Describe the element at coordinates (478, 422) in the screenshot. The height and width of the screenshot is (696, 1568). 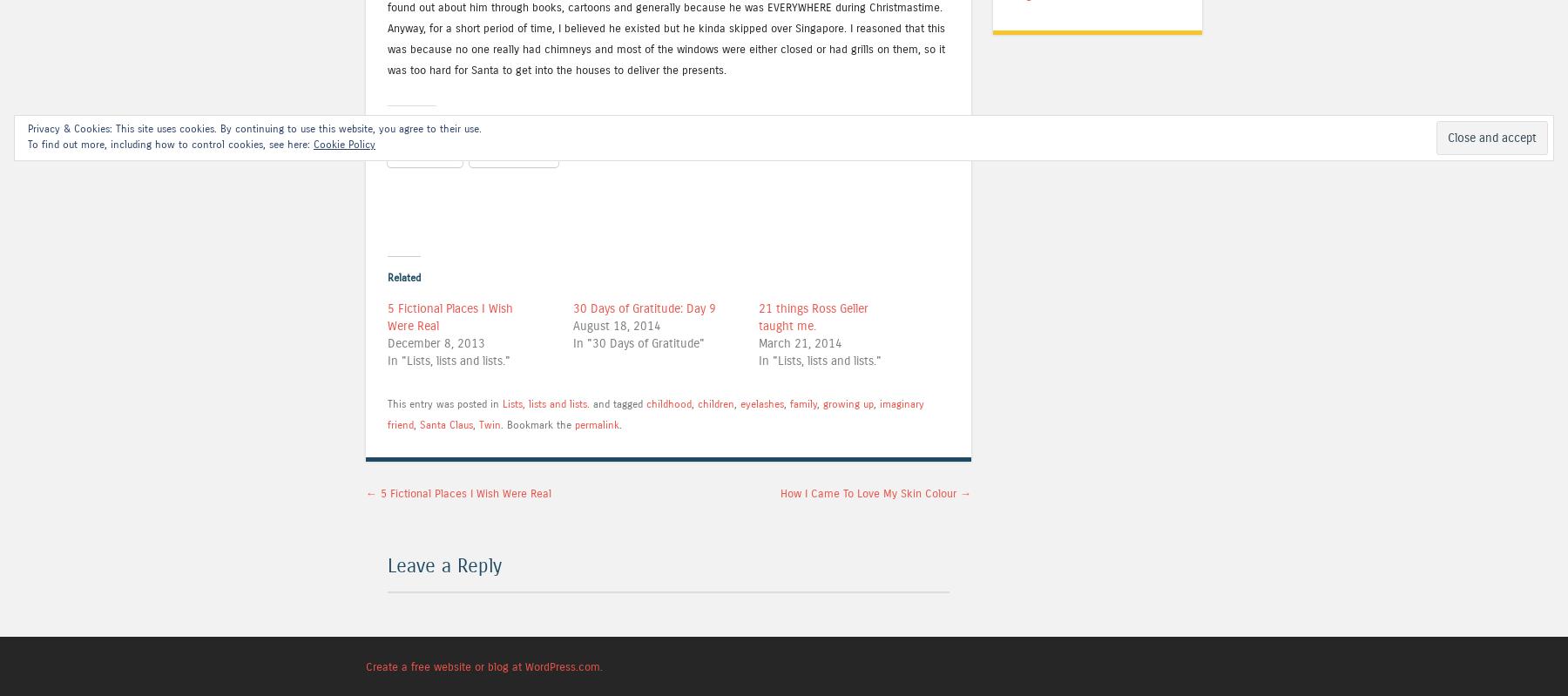
I see `'Twin'` at that location.